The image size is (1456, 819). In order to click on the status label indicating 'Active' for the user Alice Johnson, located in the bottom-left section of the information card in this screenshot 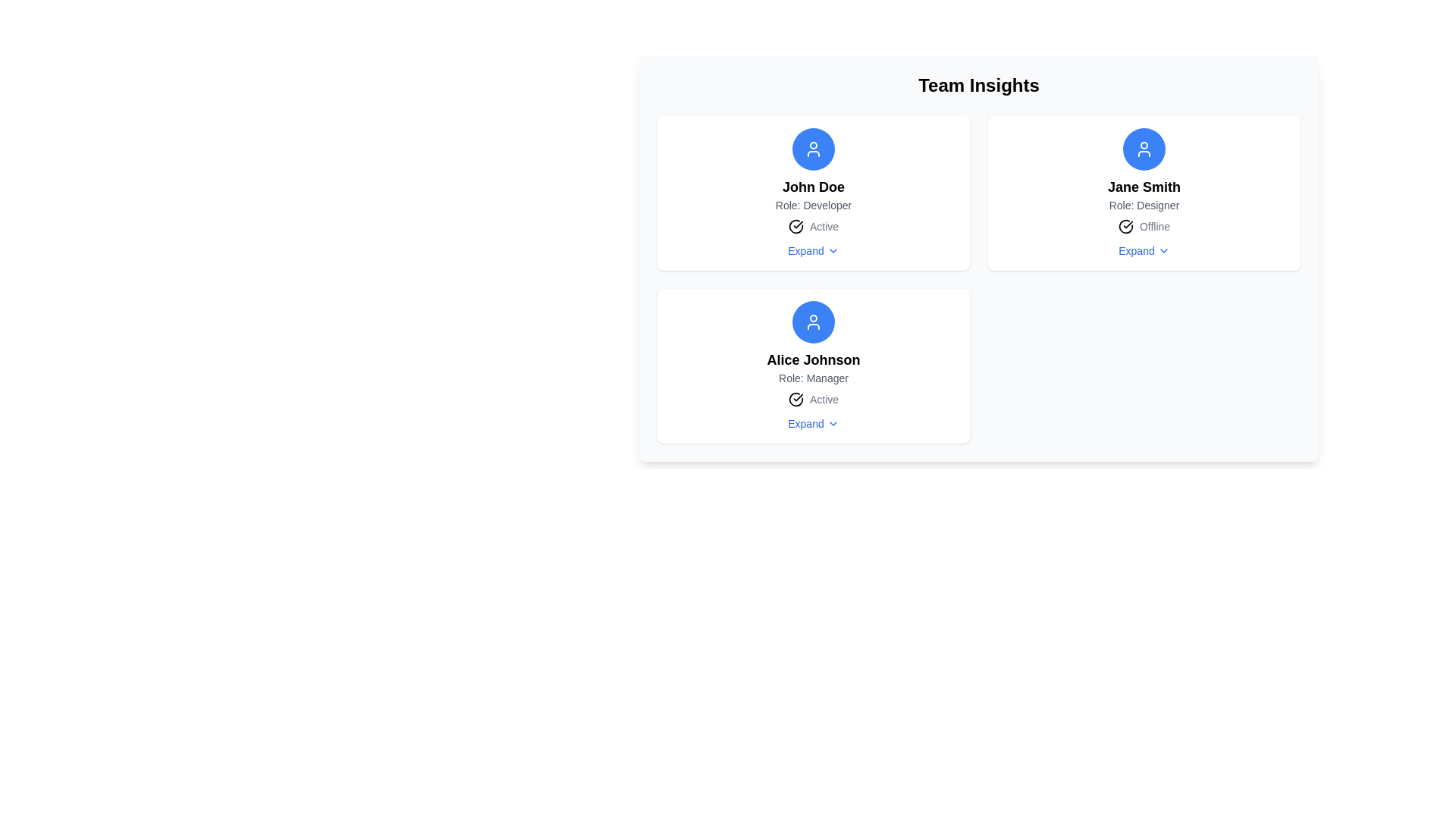, I will do `click(823, 399)`.